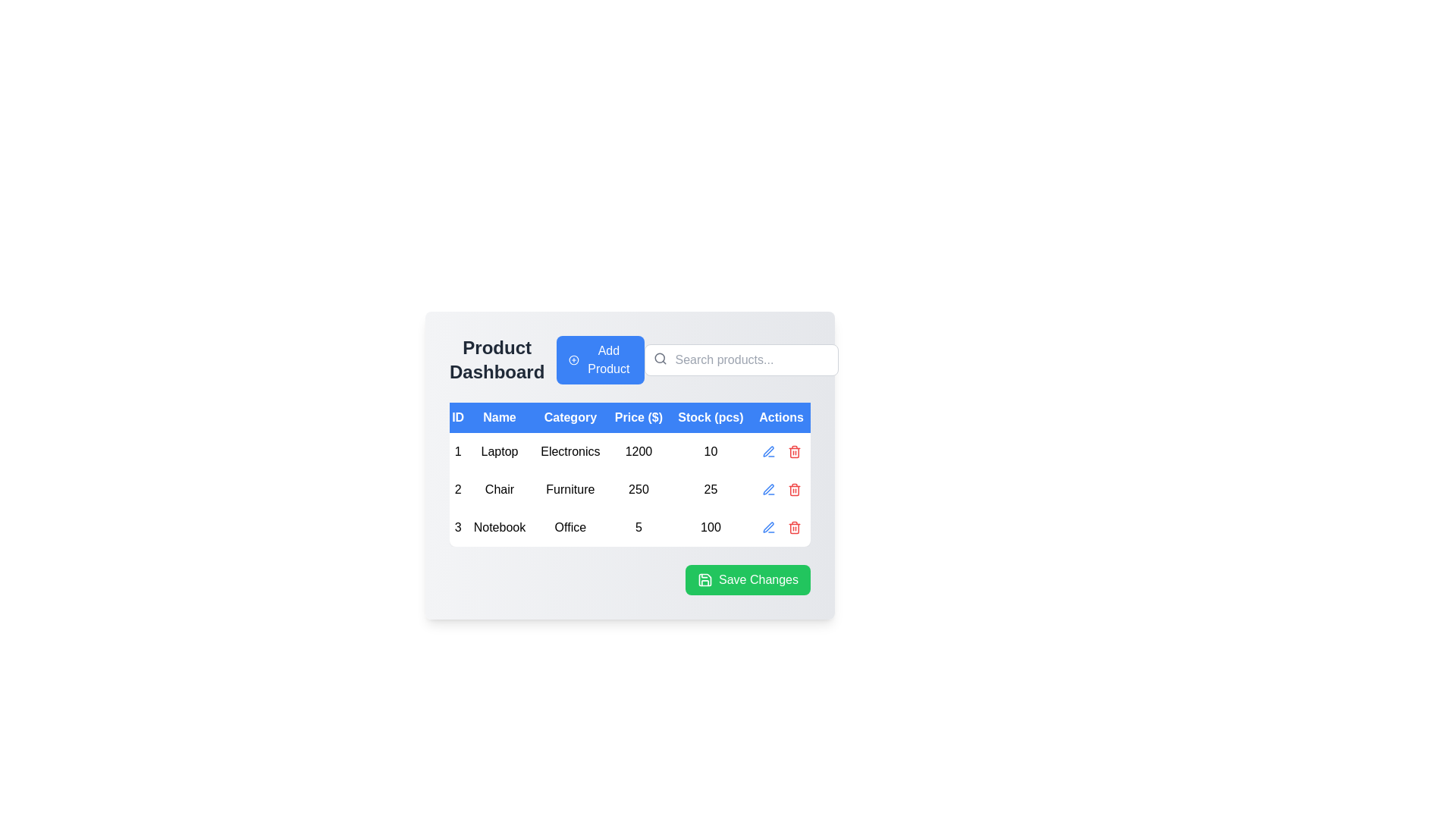  What do you see at coordinates (570, 451) in the screenshot?
I see `the 'Electronics' static text label, which is a bold black sans-serif font located in the third cell of the first data row under the 'Category' column, aligned with the 'Laptop' row` at bounding box center [570, 451].